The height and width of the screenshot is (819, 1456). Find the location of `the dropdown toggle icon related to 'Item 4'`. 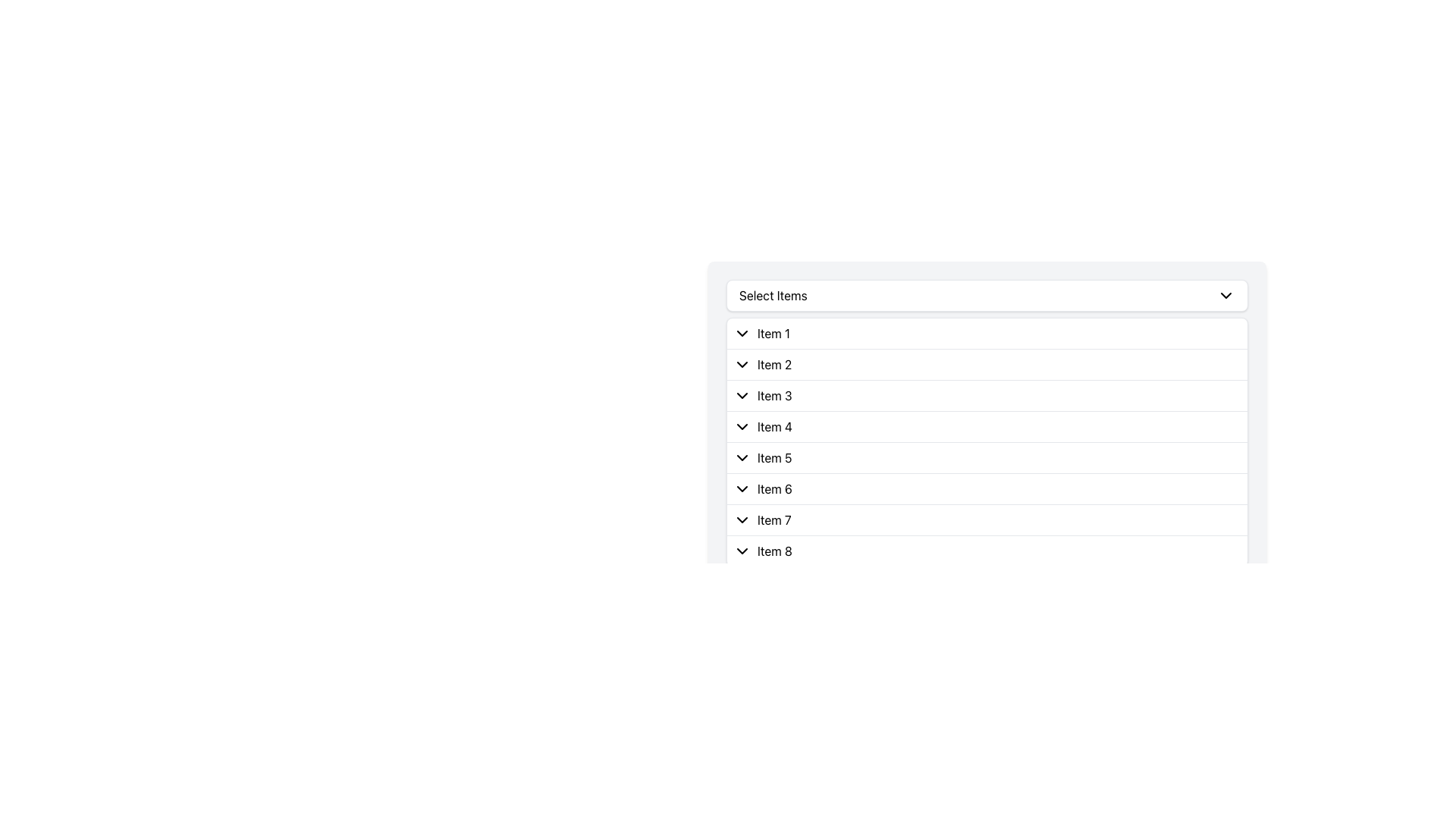

the dropdown toggle icon related to 'Item 4' is located at coordinates (742, 427).